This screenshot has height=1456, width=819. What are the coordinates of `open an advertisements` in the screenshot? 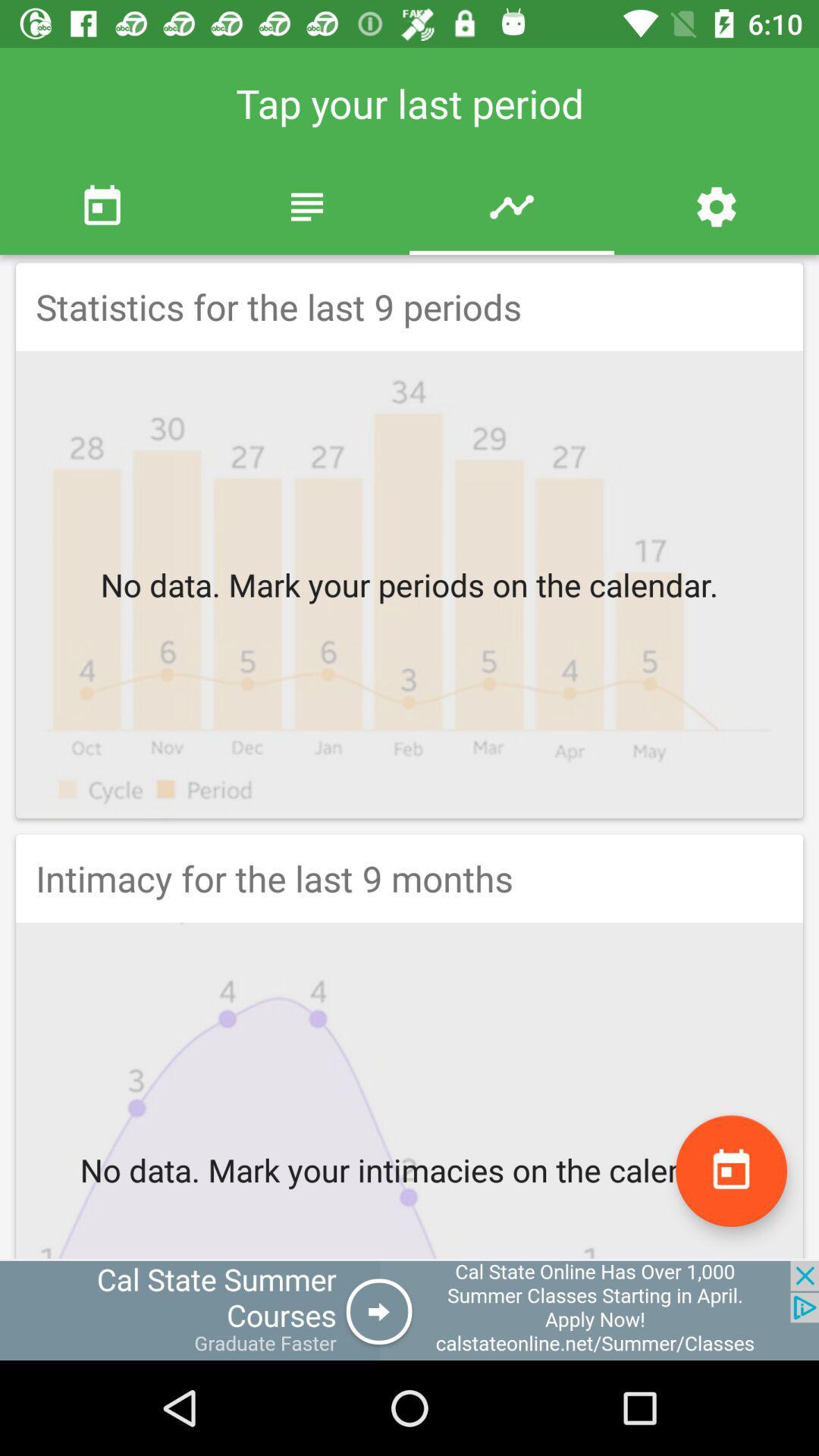 It's located at (409, 1310).